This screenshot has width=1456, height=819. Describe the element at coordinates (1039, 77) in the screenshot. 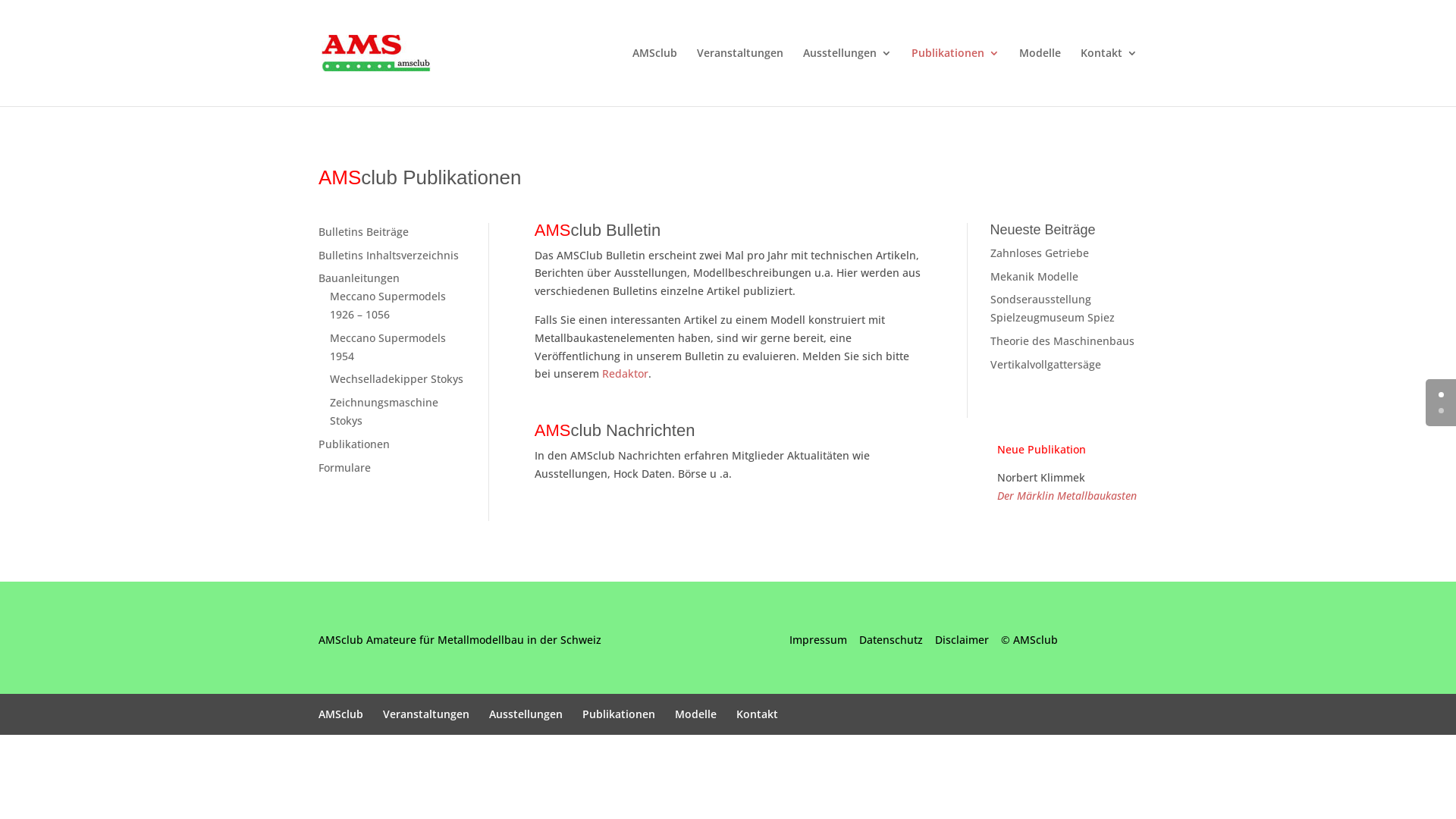

I see `'Modelle'` at that location.